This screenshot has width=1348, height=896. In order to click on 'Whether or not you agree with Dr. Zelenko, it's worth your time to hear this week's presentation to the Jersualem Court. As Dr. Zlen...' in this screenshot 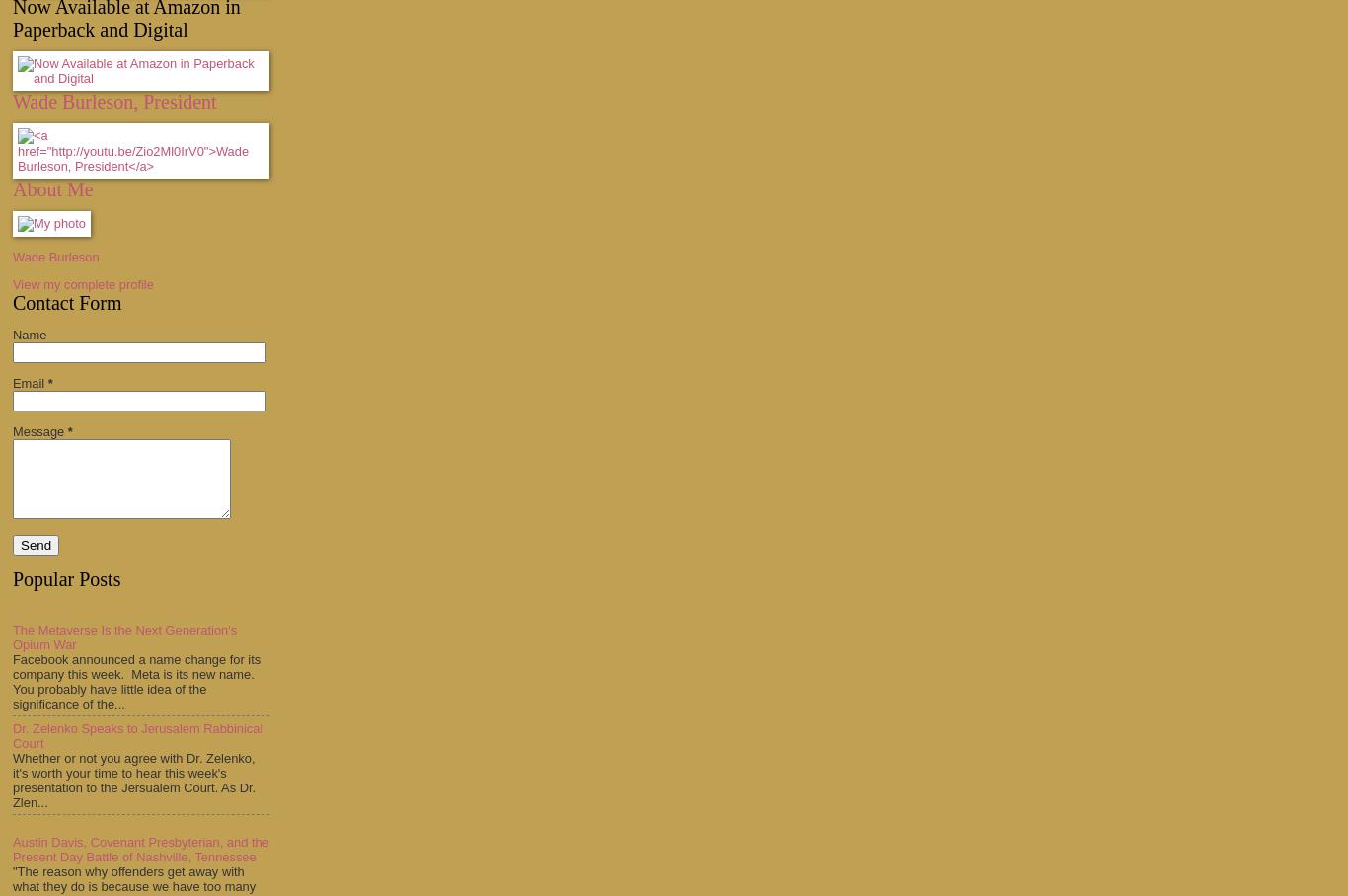, I will do `click(133, 778)`.